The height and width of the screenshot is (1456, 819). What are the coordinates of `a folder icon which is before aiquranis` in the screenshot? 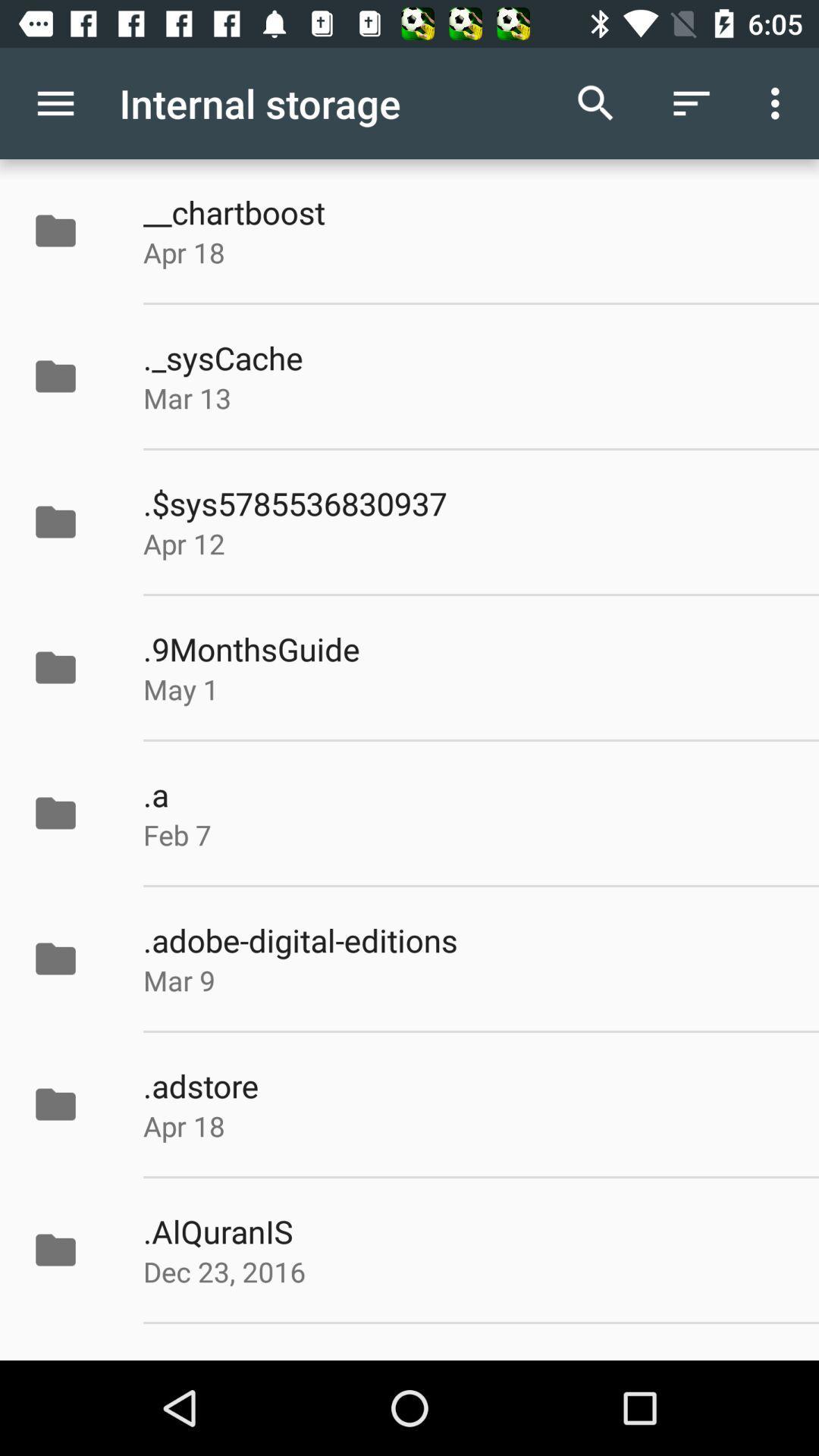 It's located at (71, 1250).